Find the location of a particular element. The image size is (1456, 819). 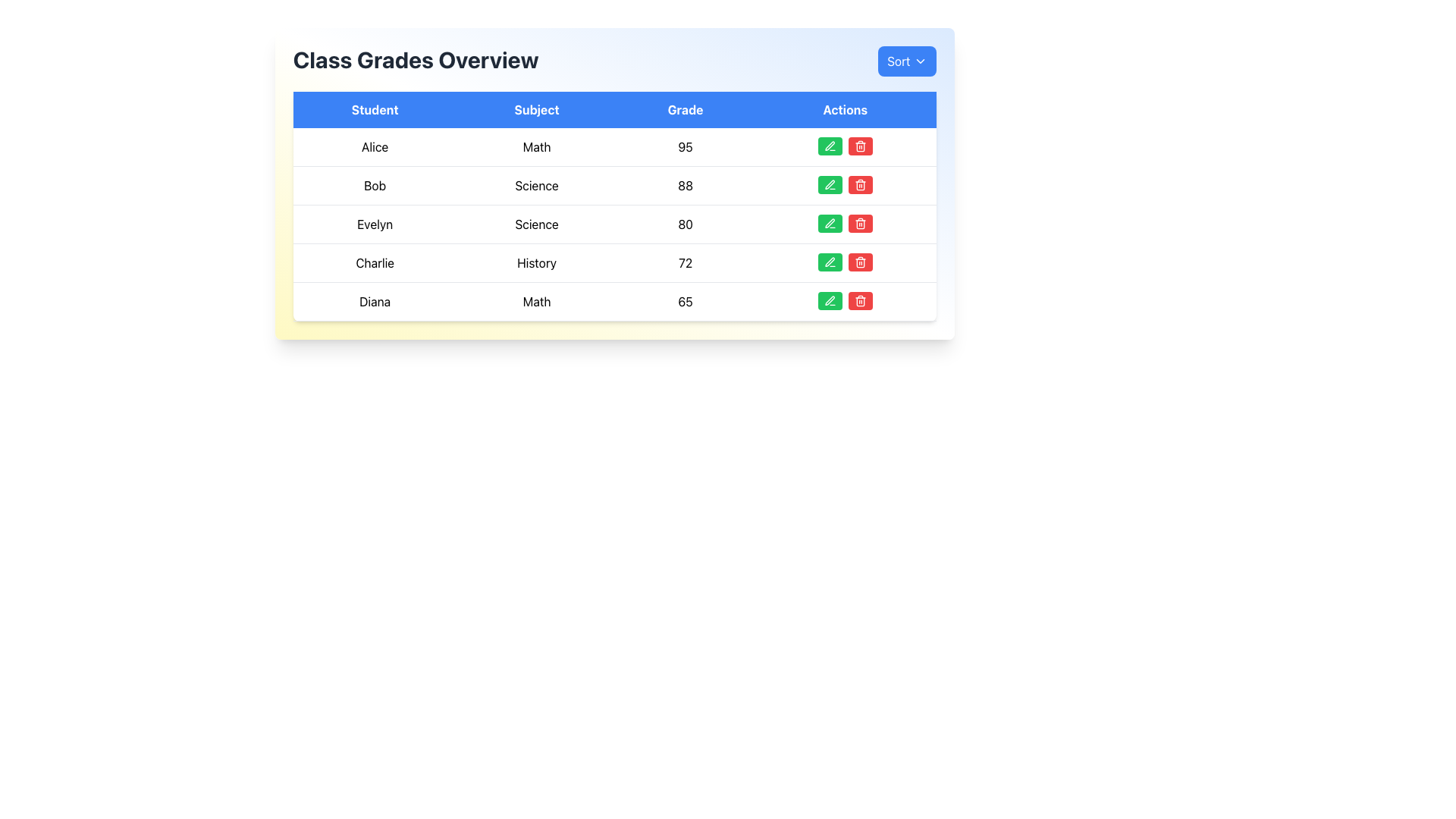

the fourth row in the table that displays a record with name, subject, and grade information is located at coordinates (614, 262).